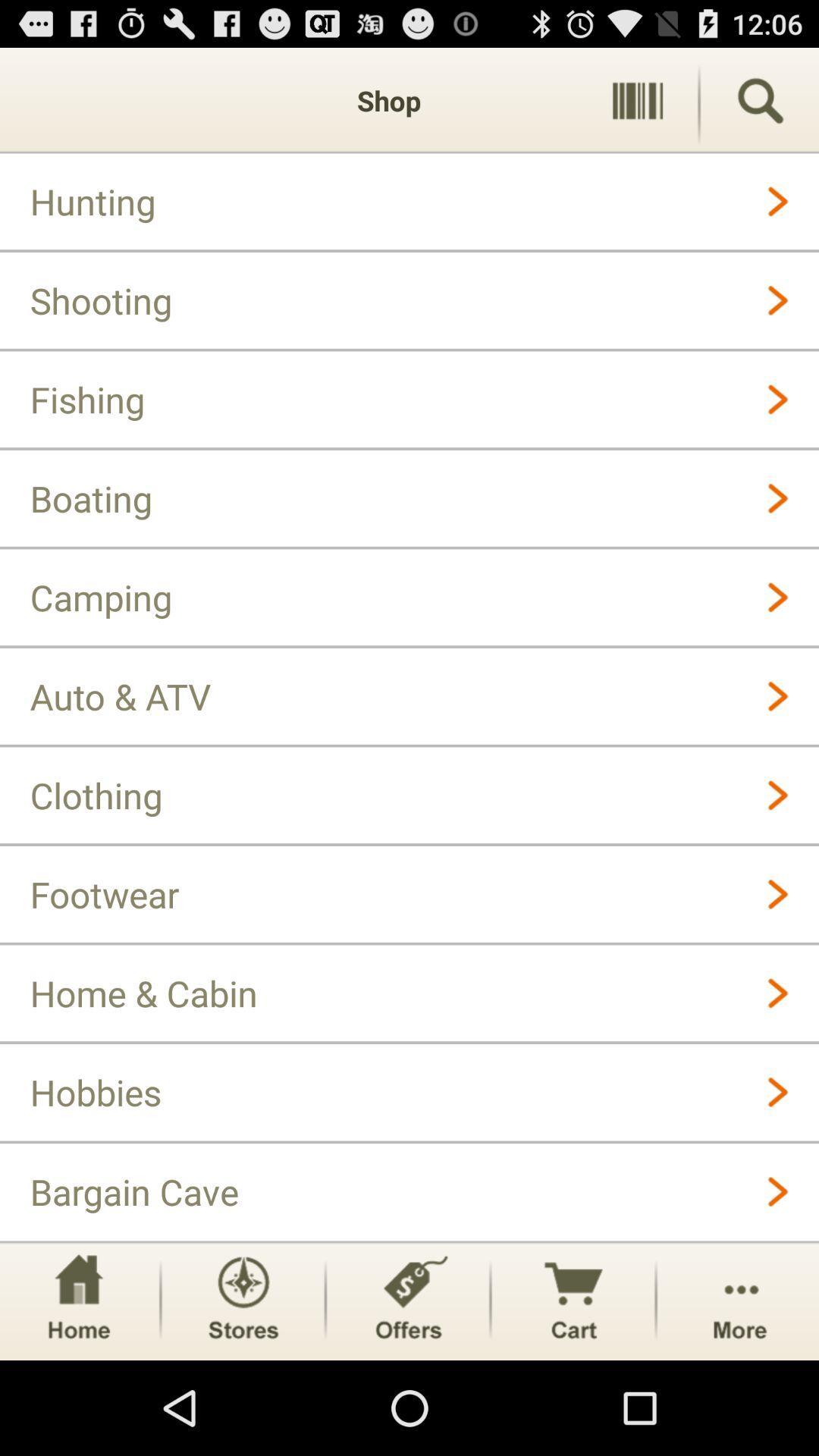 The width and height of the screenshot is (819, 1456). I want to click on the stores image option, so click(242, 1300).